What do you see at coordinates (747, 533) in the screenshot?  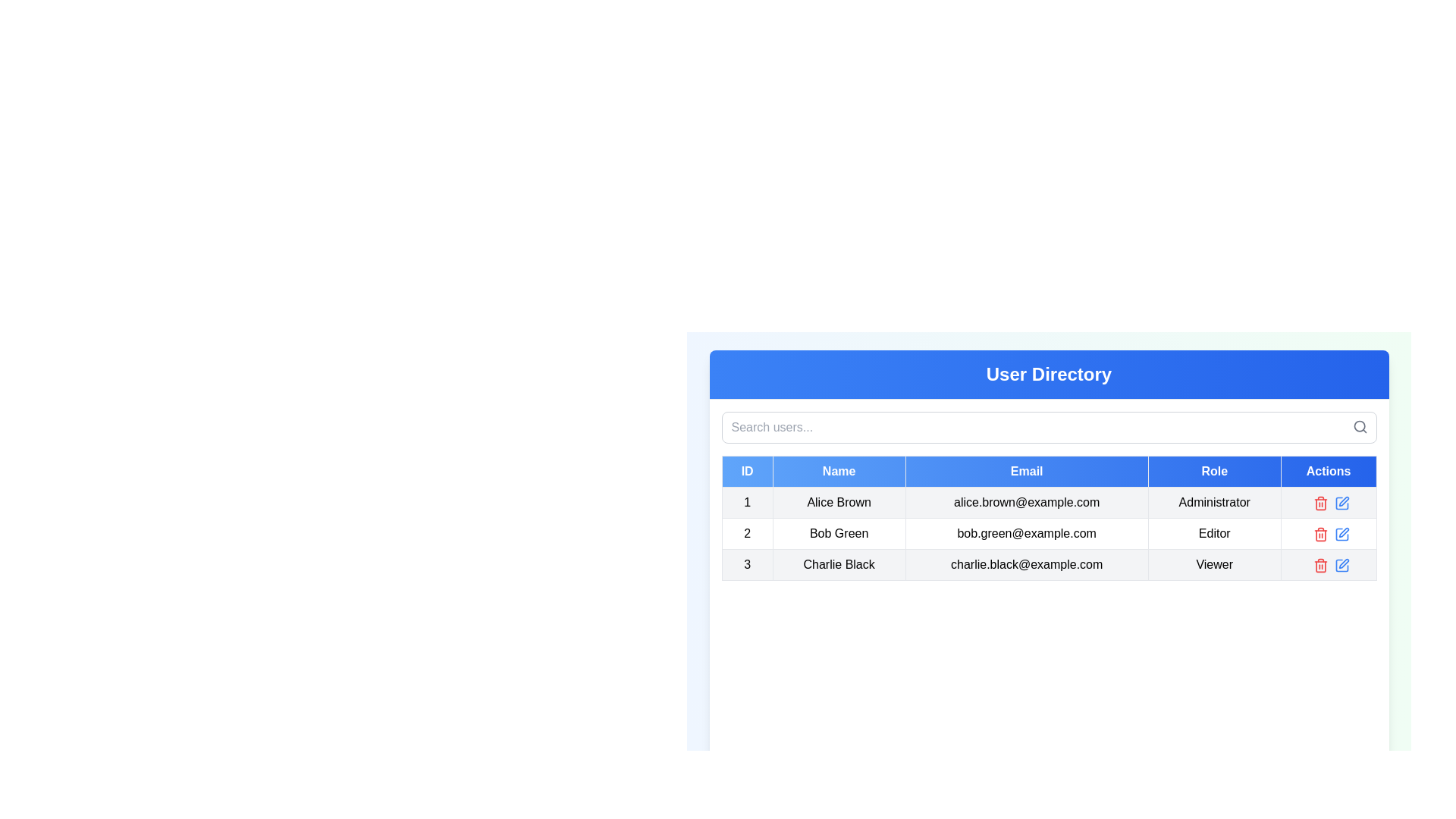 I see `text content of the identifier in the first column of the second row of the table, which helps distinguish this row from others` at bounding box center [747, 533].